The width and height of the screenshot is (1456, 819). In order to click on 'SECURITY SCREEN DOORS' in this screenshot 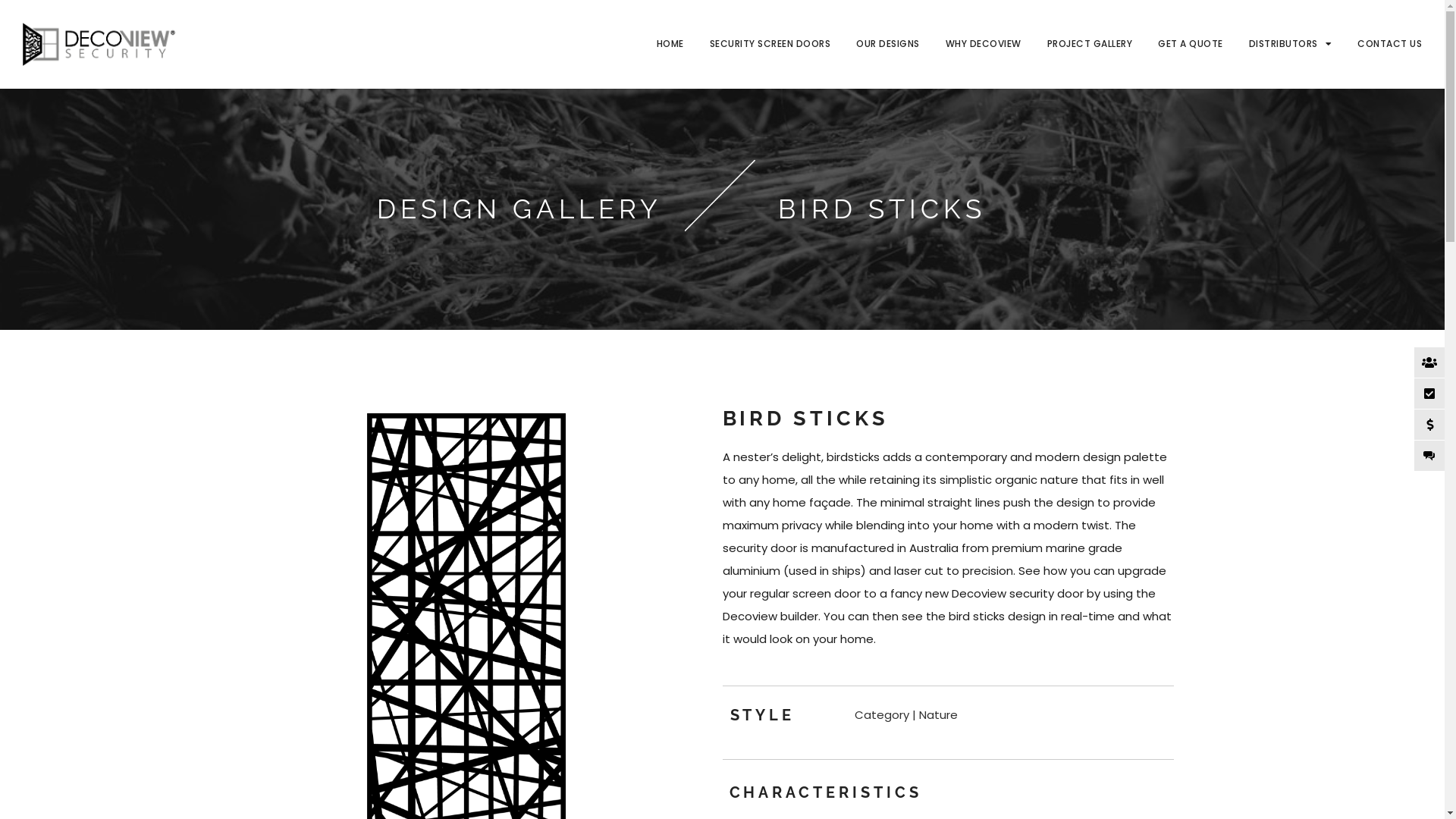, I will do `click(709, 42)`.